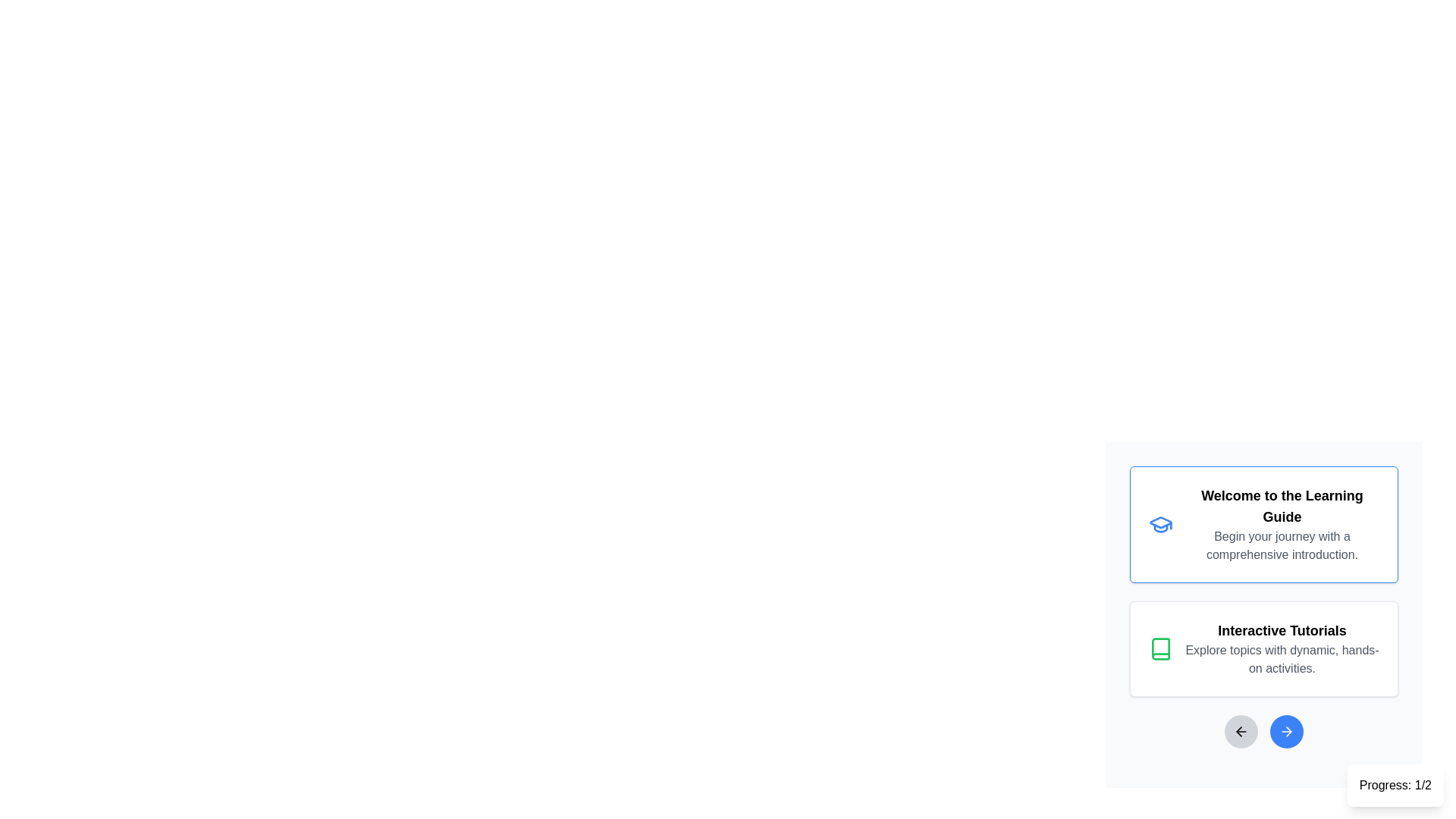 The width and height of the screenshot is (1456, 819). Describe the element at coordinates (1160, 523) in the screenshot. I see `the educational learning icon located in the top card of the vertical stack labeled 'Welcome to the Learning Guide'` at that location.